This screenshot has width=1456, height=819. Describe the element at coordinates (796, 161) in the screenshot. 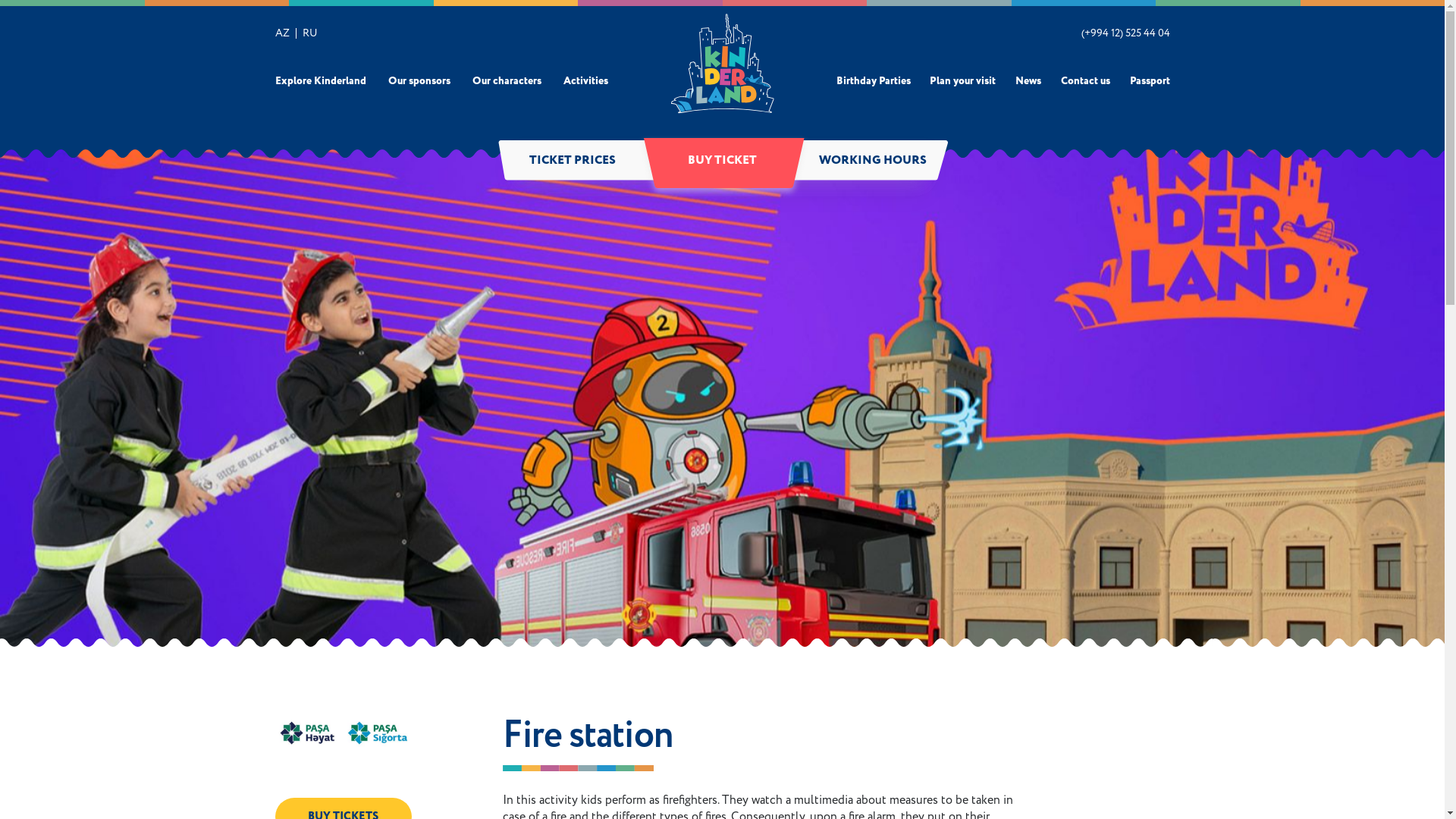

I see `'WORKING HOURS'` at that location.